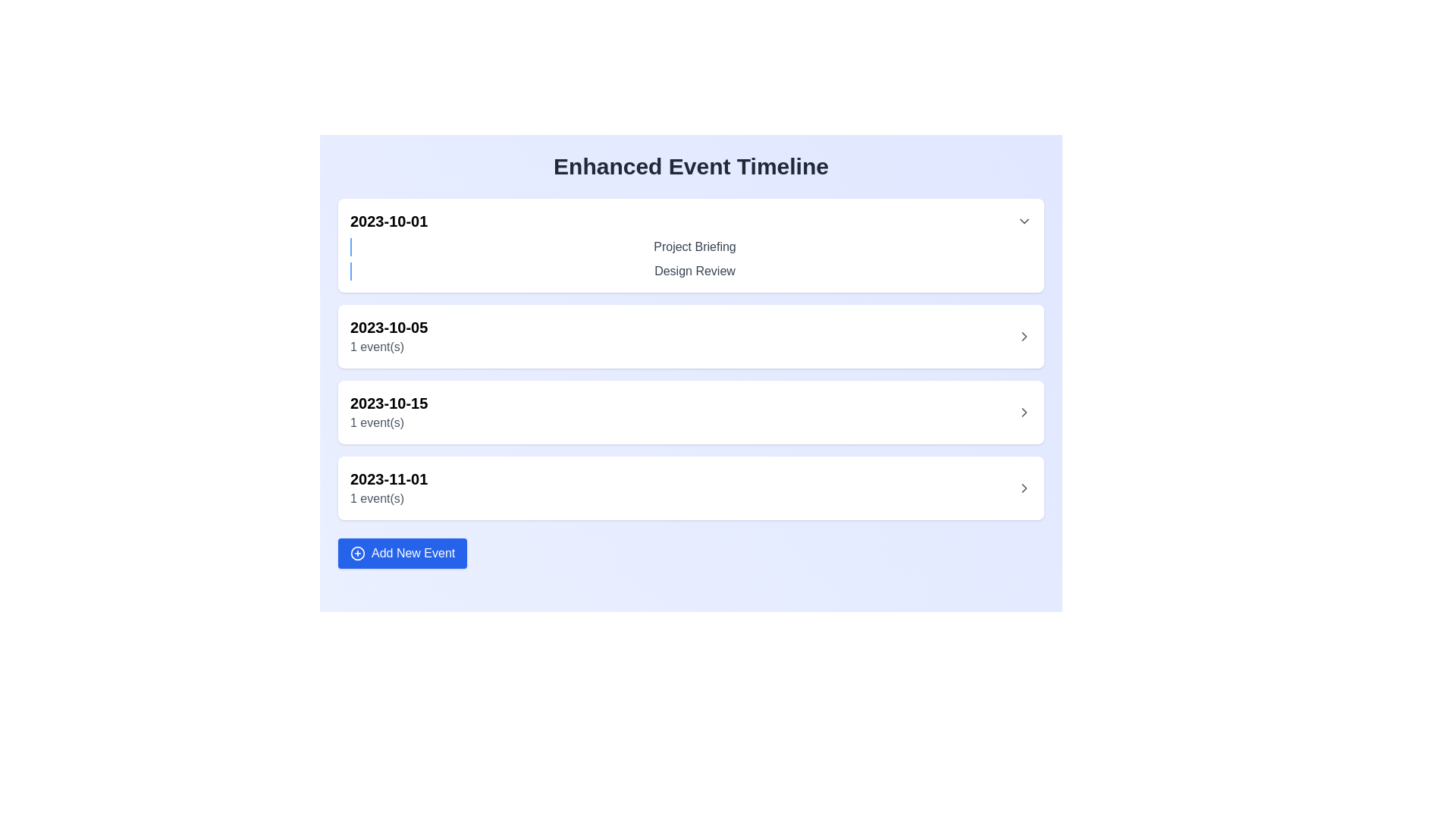 This screenshot has width=1456, height=819. I want to click on text from the Text Label displaying '1 event(s)' which is positioned below the bold text '2023-10-15' in the third list item, so click(389, 423).